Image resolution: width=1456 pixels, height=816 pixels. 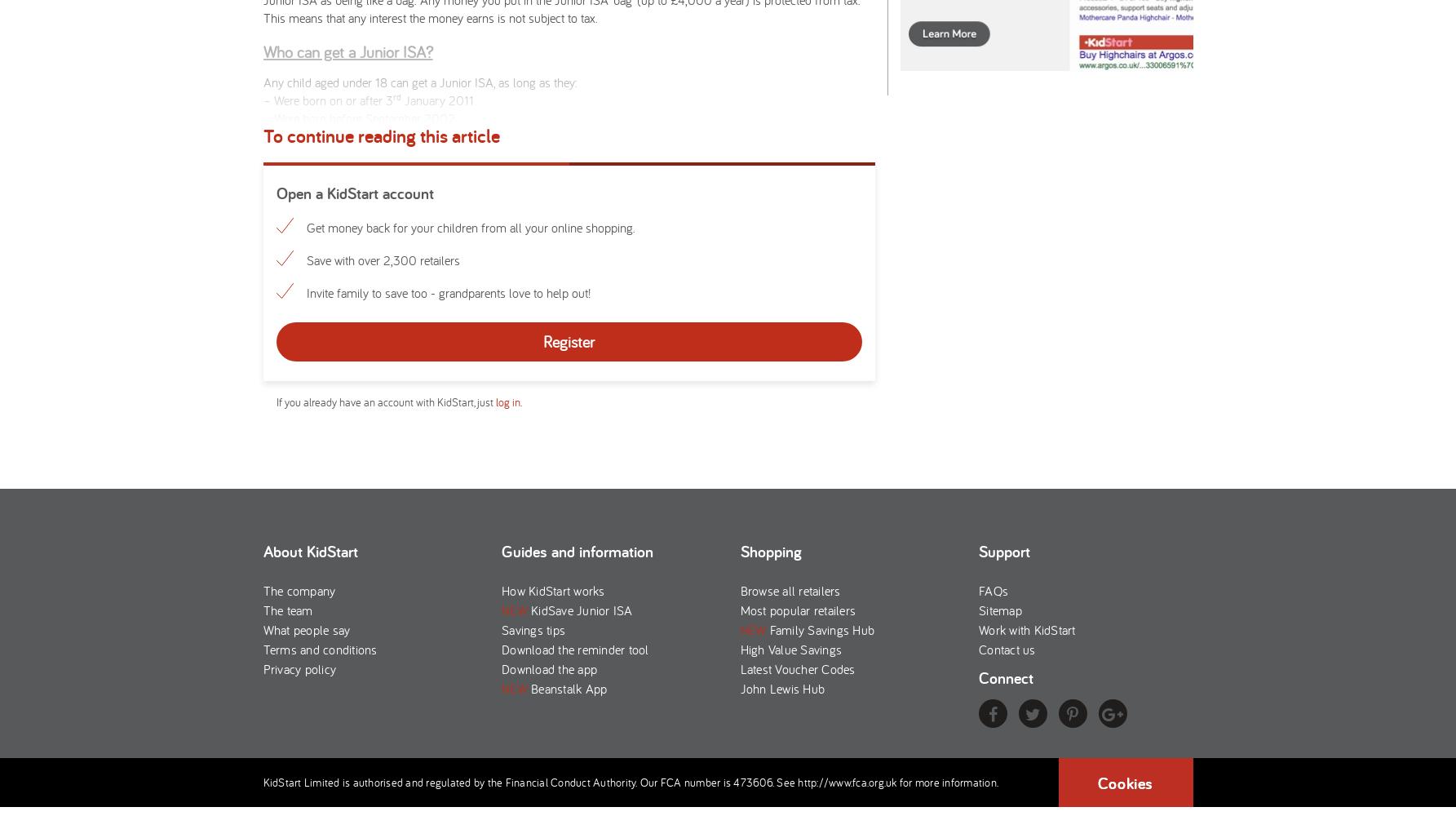 What do you see at coordinates (819, 629) in the screenshot?
I see `'Family Savings Hub'` at bounding box center [819, 629].